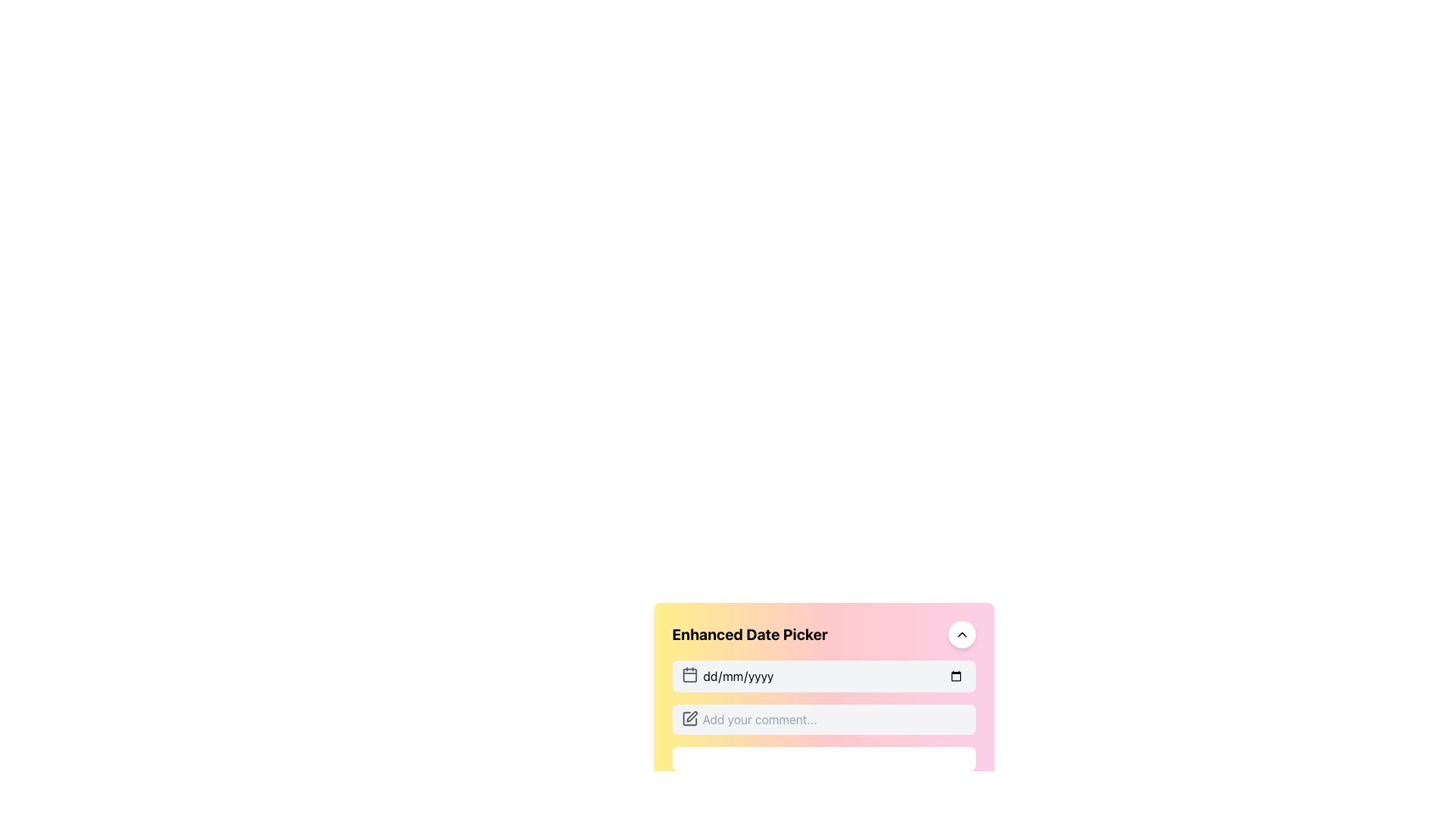 The width and height of the screenshot is (1456, 819). Describe the element at coordinates (689, 674) in the screenshot. I see `the calendar icon located on the left side of the date input field` at that location.